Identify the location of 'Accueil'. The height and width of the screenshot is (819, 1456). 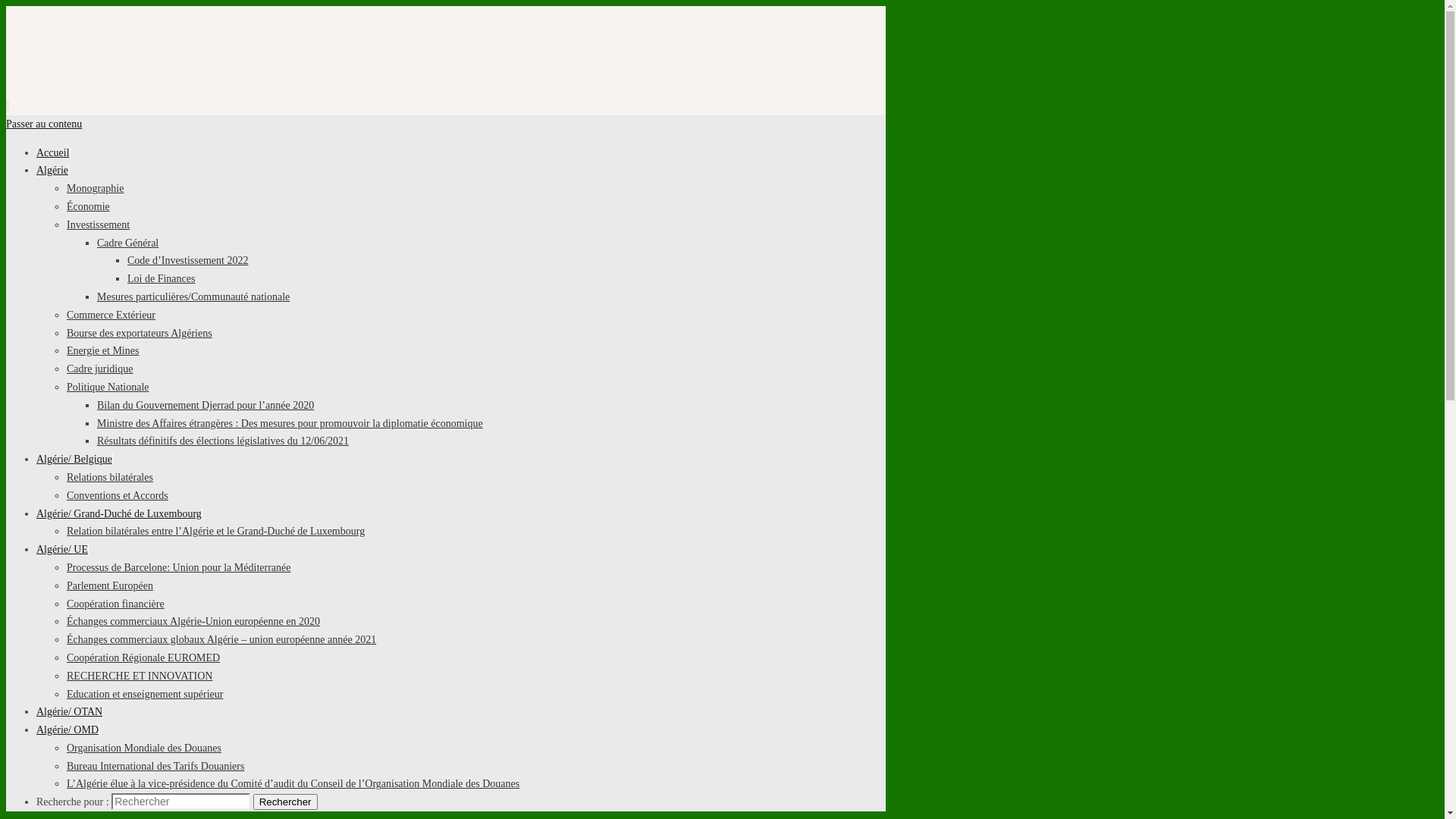
(53, 152).